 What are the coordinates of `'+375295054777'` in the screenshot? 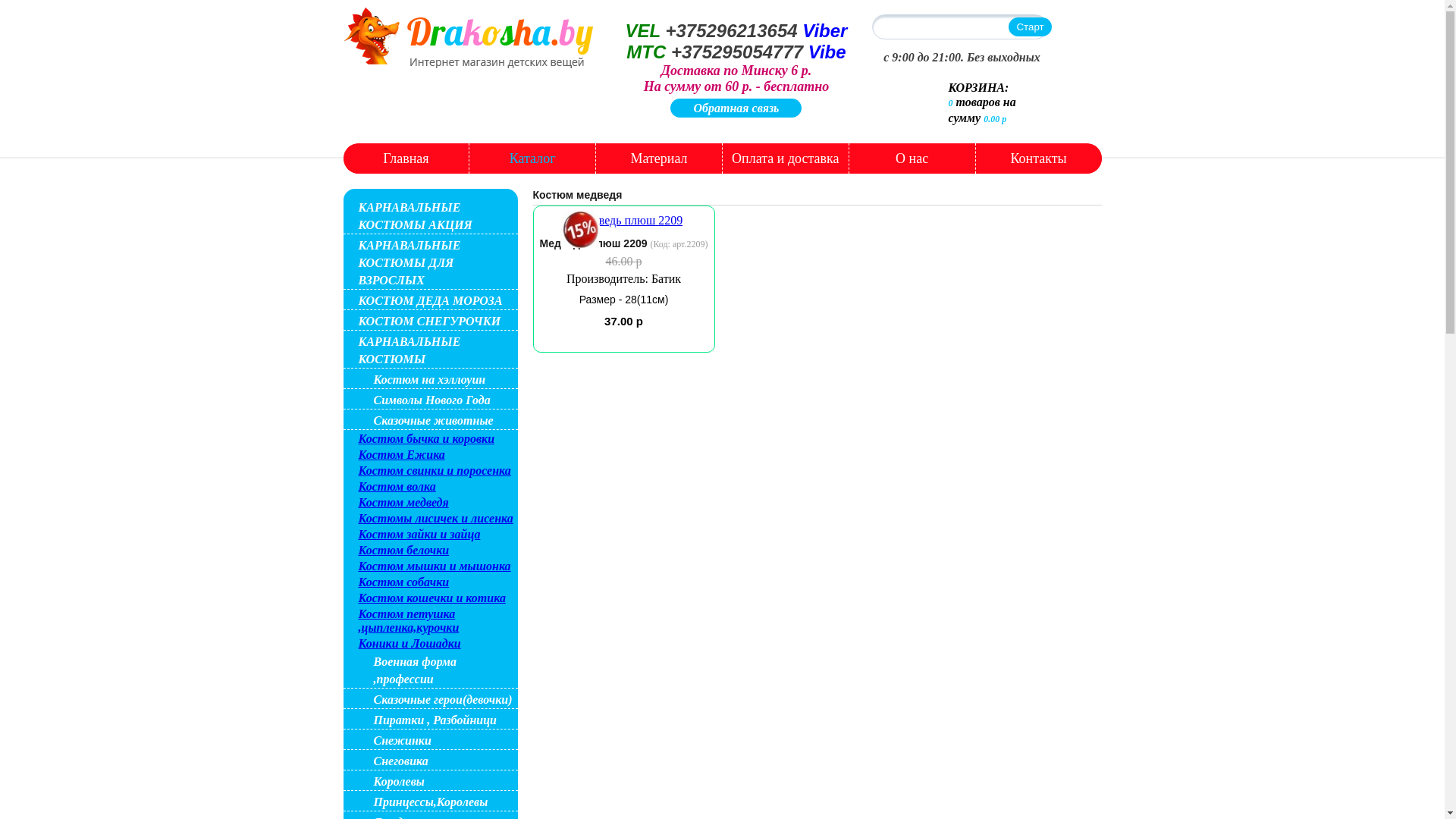 It's located at (739, 51).